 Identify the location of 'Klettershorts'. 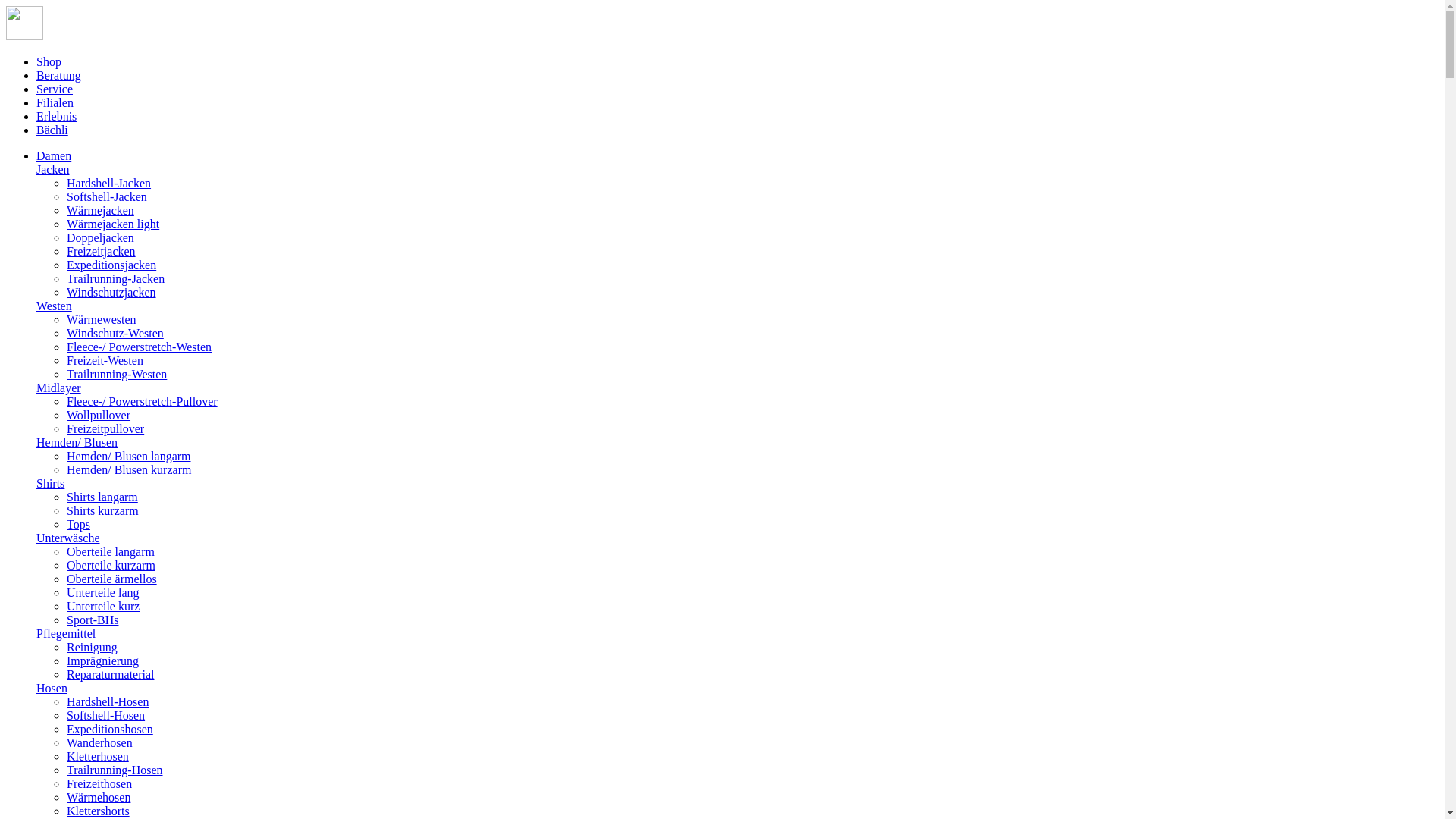
(65, 810).